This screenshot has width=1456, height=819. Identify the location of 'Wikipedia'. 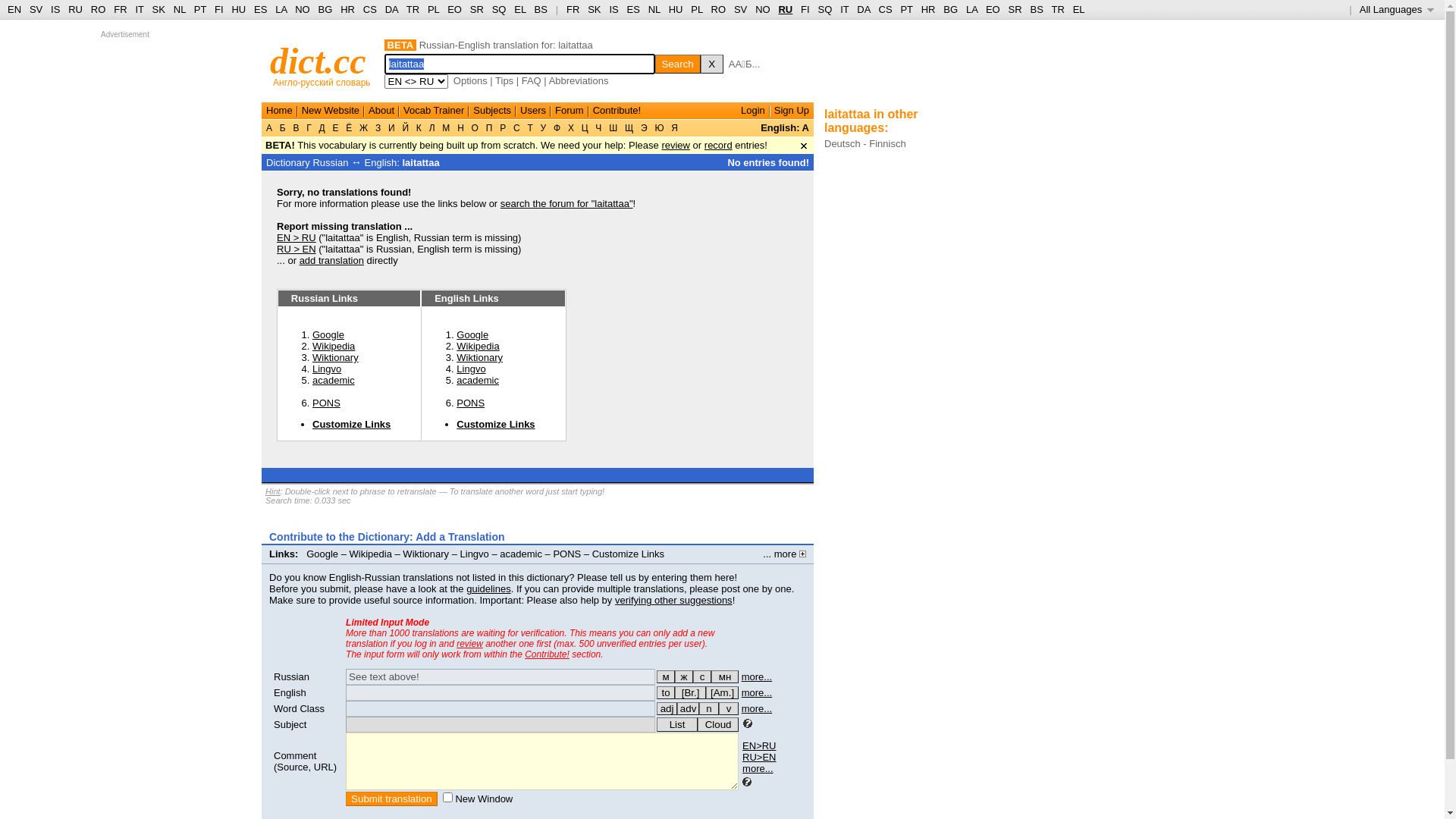
(371, 554).